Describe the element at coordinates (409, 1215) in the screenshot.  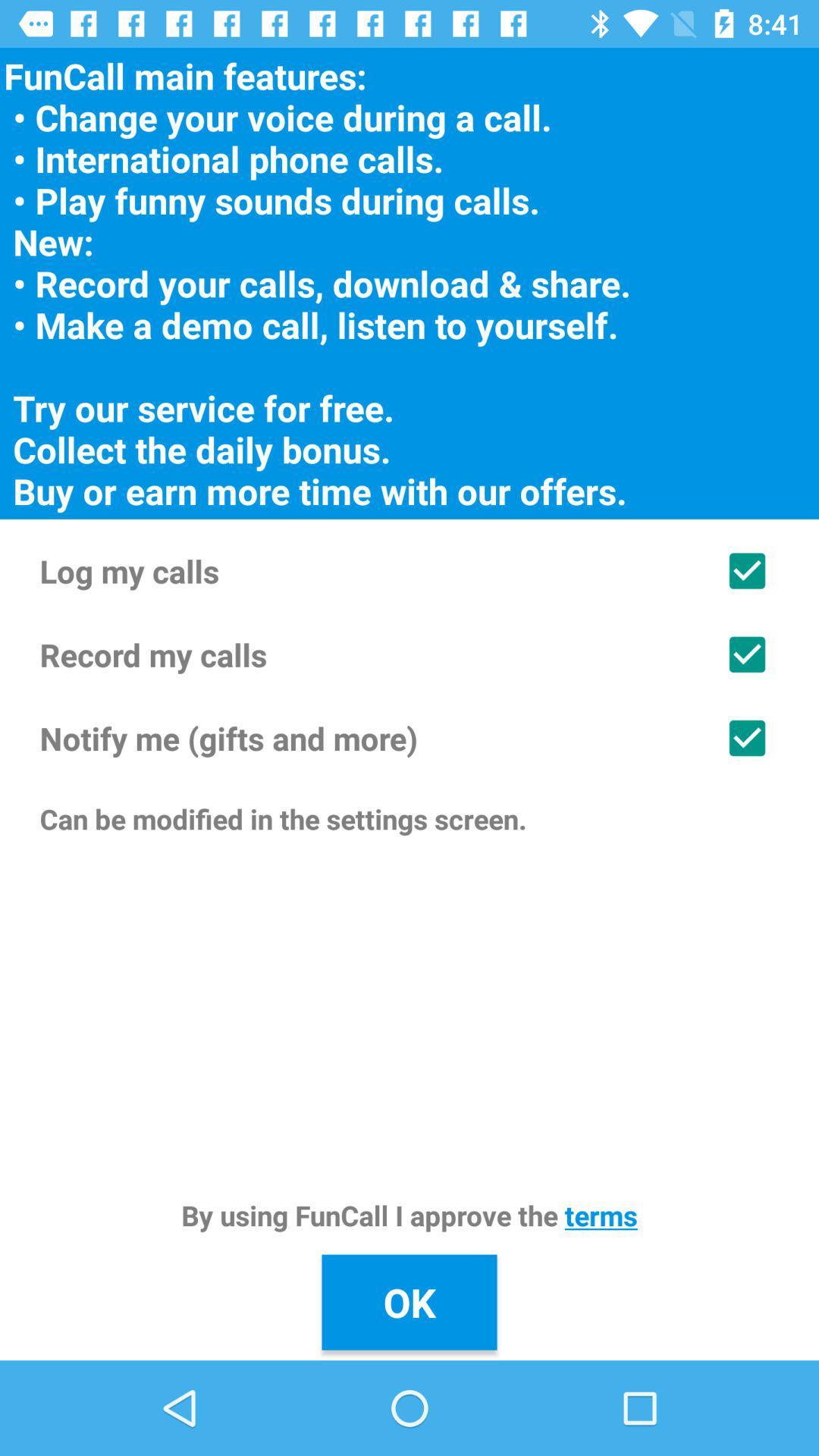
I see `icon below the can be modified app` at that location.